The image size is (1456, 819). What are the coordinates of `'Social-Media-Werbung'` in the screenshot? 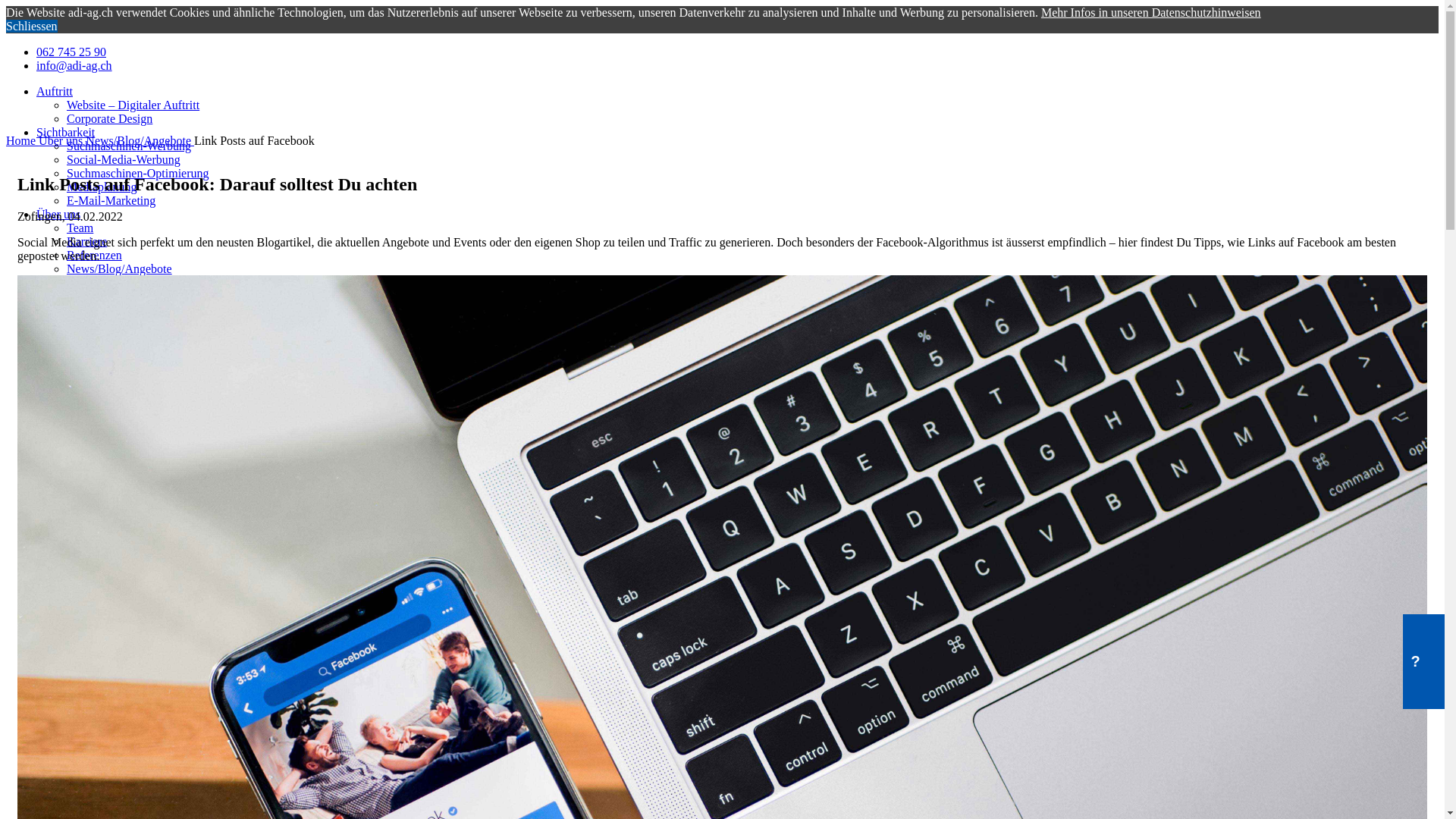 It's located at (124, 159).